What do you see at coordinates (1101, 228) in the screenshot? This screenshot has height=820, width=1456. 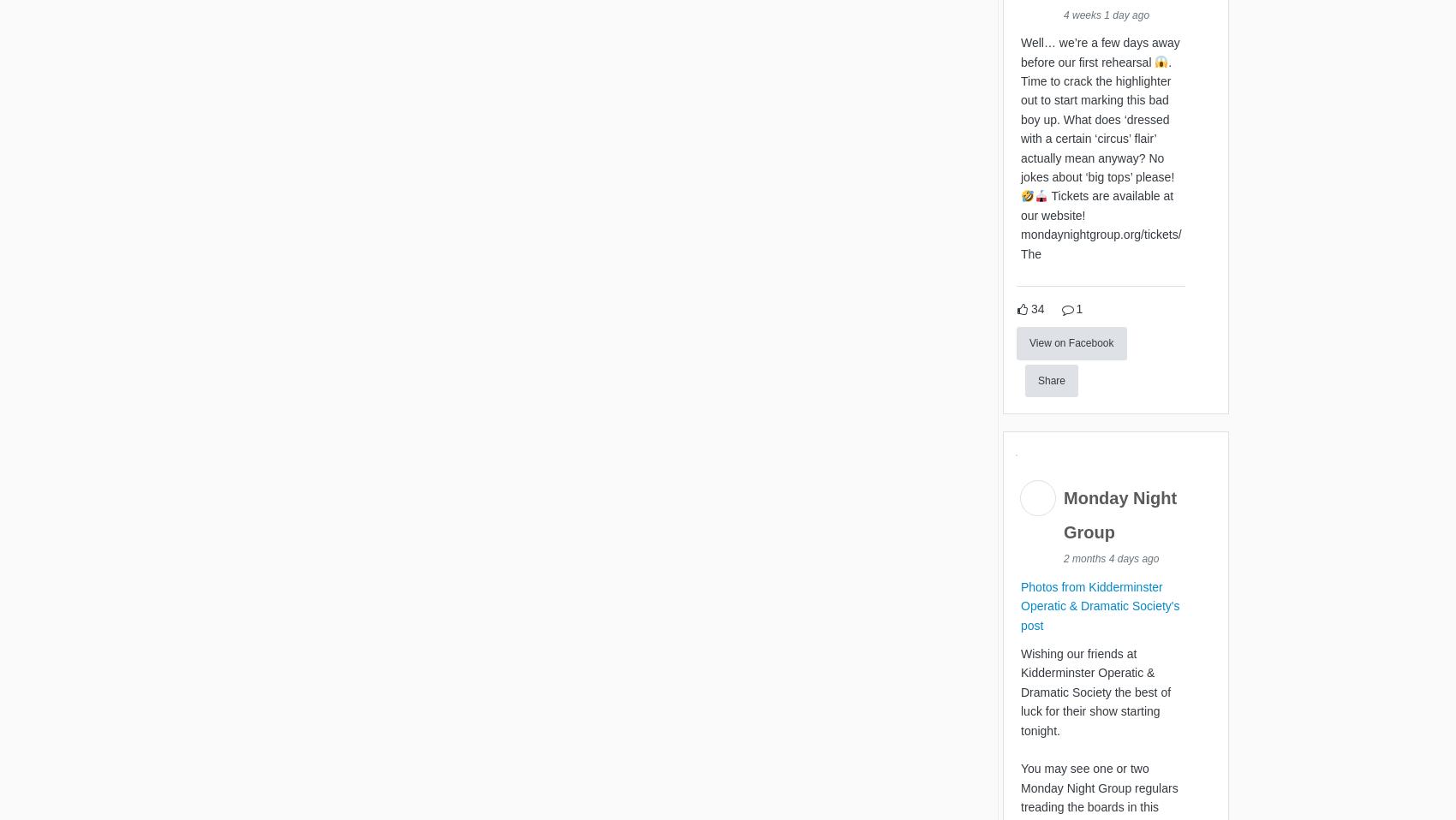 I see `'Tickets are available at our website! mondaynightgroup.org/tickets/ The'` at bounding box center [1101, 228].